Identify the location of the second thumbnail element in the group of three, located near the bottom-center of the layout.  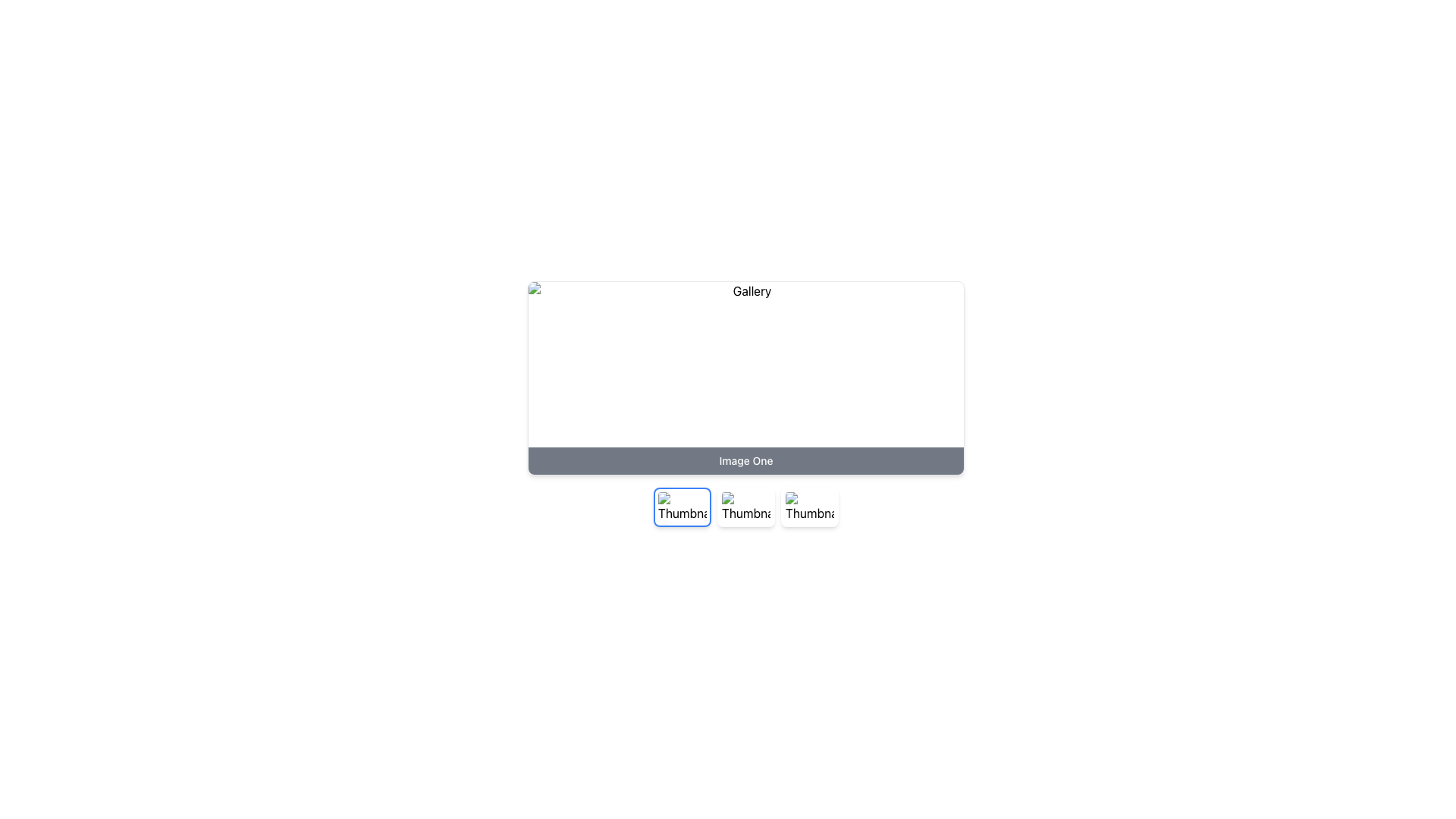
(745, 507).